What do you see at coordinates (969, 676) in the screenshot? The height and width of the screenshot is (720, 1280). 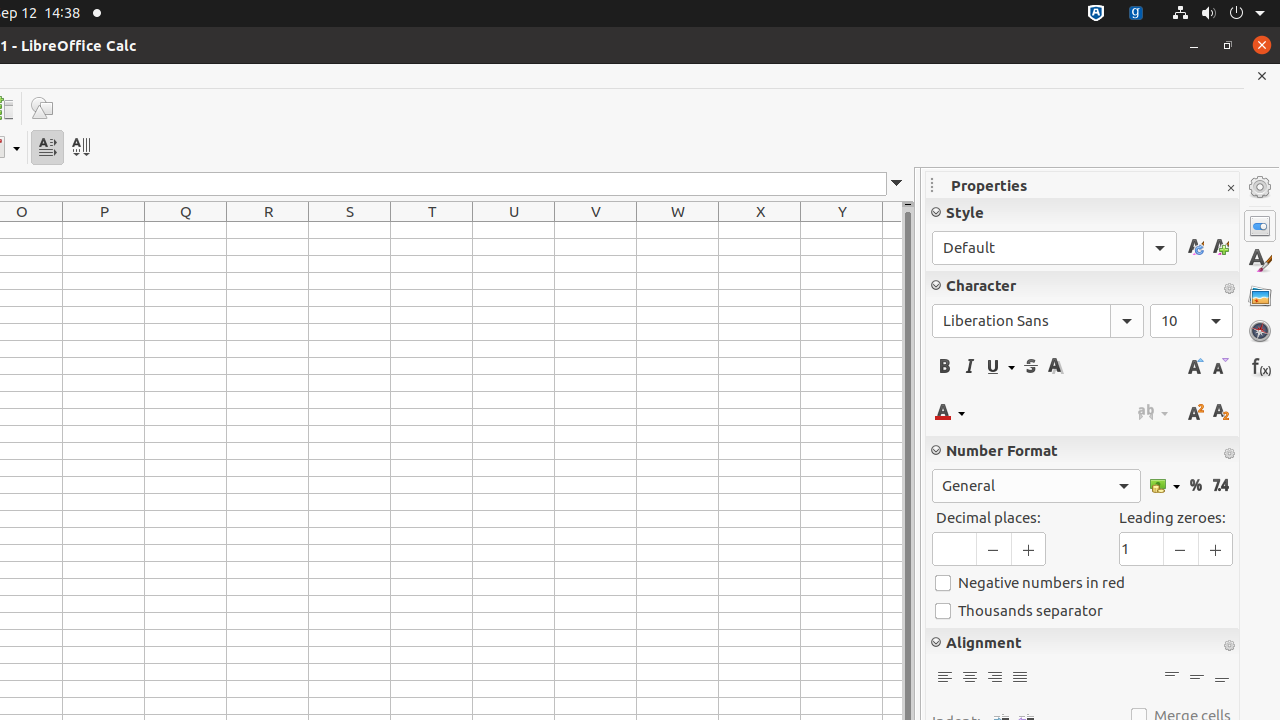 I see `'Align Center'` at bounding box center [969, 676].